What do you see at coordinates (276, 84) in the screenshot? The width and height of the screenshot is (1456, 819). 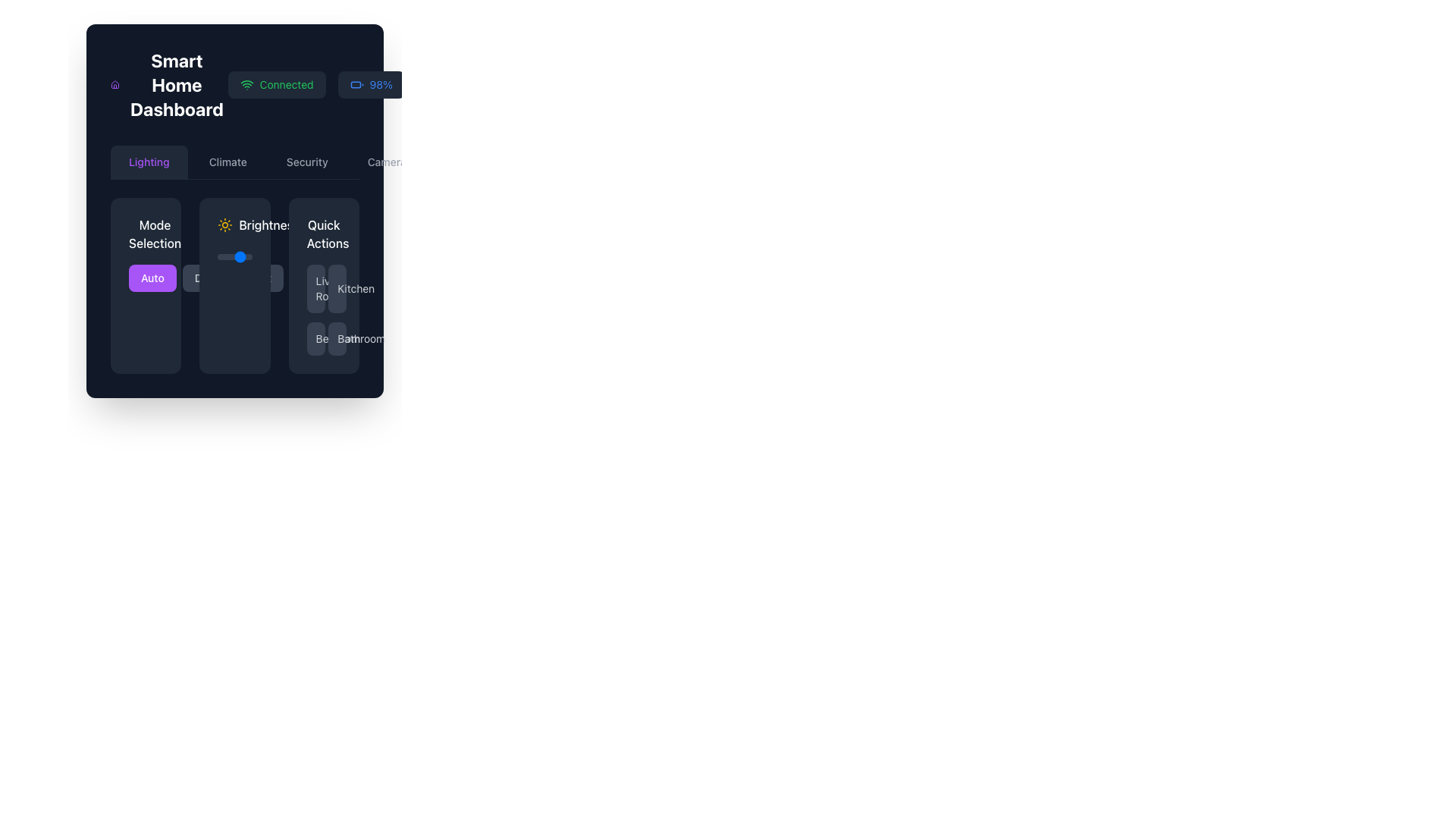 I see `the 'Connected' Status indicator button located at the top-right of the 'Smart Home Dashboard'` at bounding box center [276, 84].